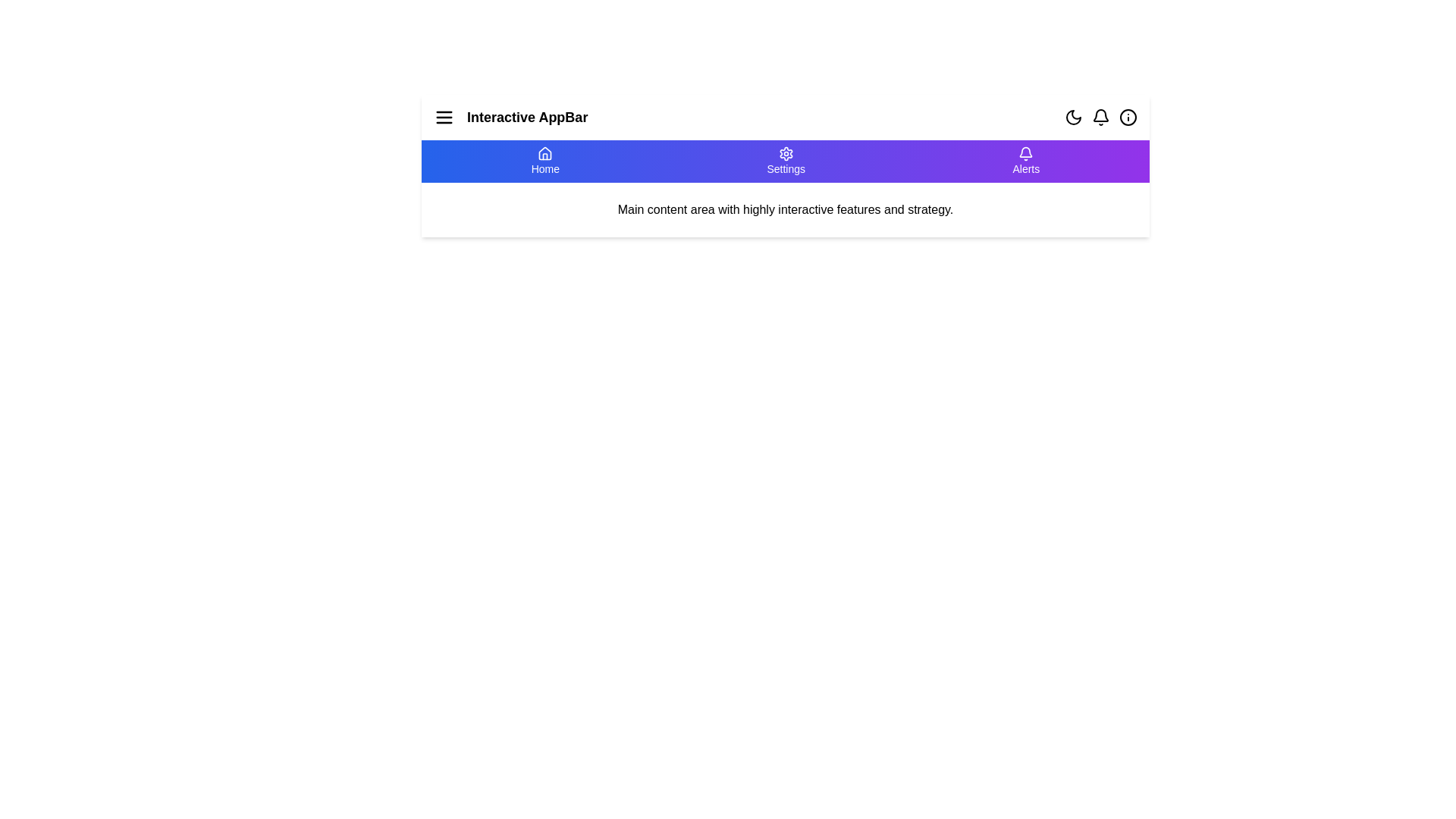 The width and height of the screenshot is (1456, 819). I want to click on the info icon to access information, so click(1128, 116).